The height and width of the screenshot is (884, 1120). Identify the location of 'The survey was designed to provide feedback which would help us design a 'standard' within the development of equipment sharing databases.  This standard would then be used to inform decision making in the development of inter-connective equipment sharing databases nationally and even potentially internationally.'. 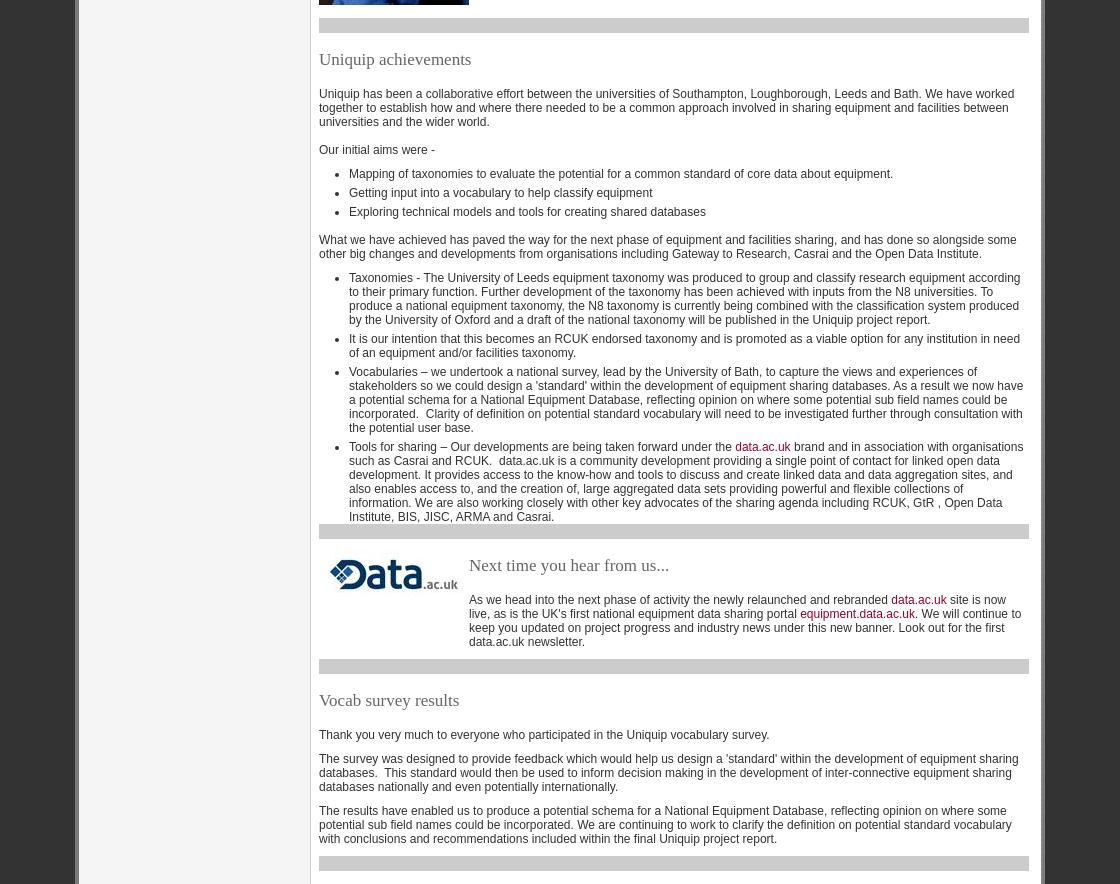
(668, 771).